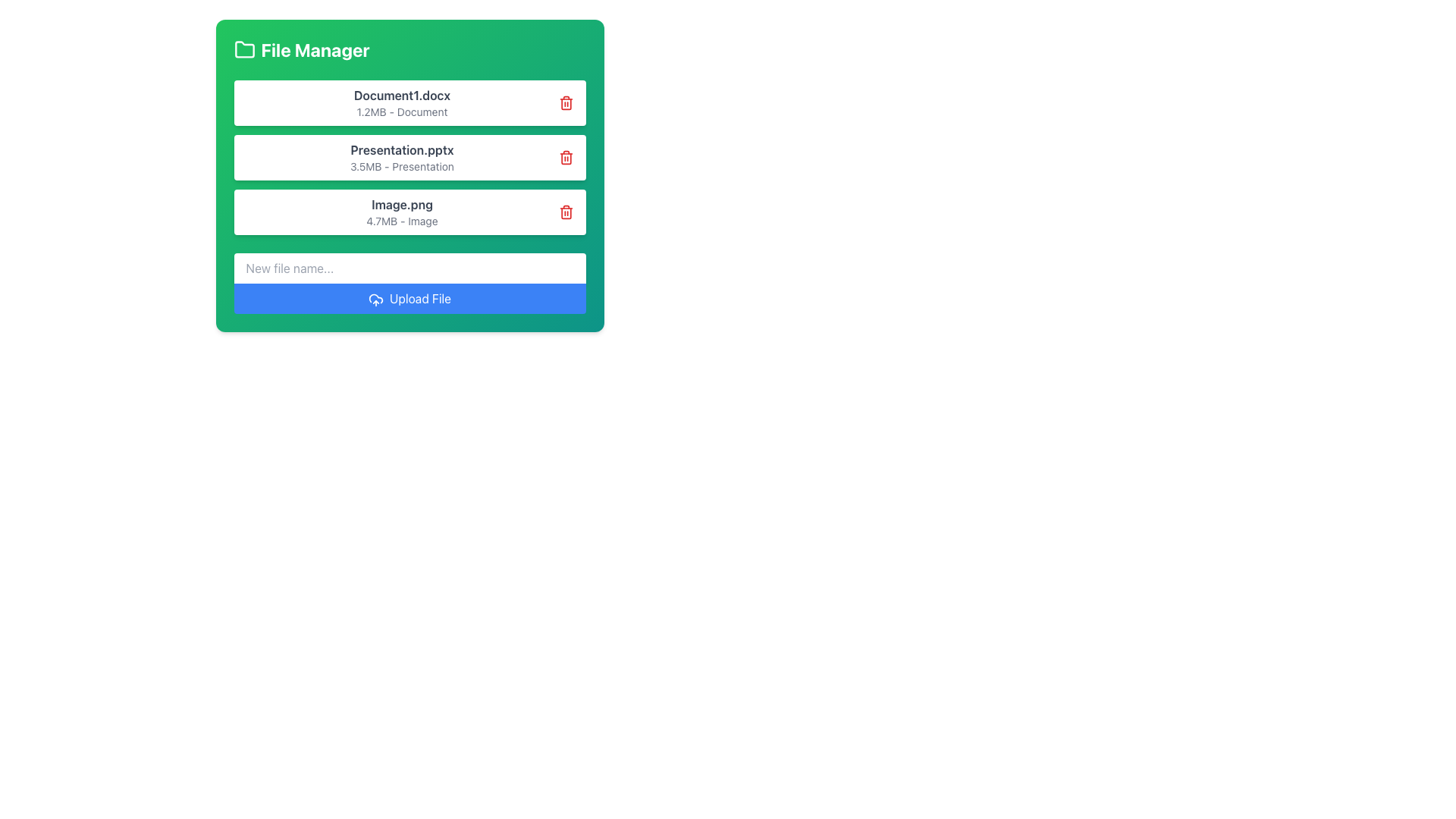 The height and width of the screenshot is (819, 1456). What do you see at coordinates (244, 49) in the screenshot?
I see `the modern green folder icon located to the left of the 'File Manager' text in the header of the file management interface` at bounding box center [244, 49].